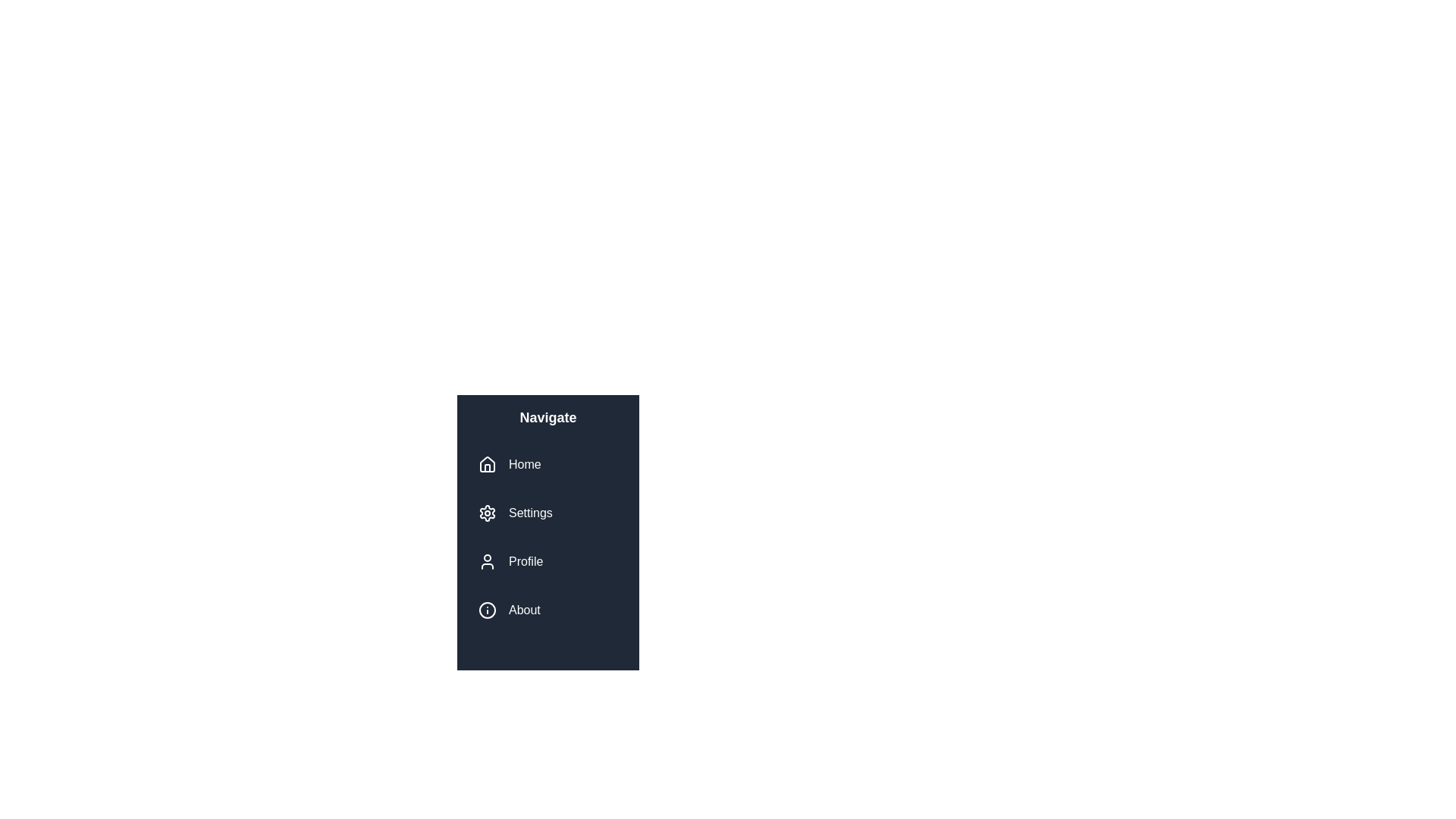 This screenshot has height=819, width=1456. Describe the element at coordinates (488, 463) in the screenshot. I see `the roof part of the 'house' icon in the navigation panel, which visually indicates the 'Home' option` at that location.